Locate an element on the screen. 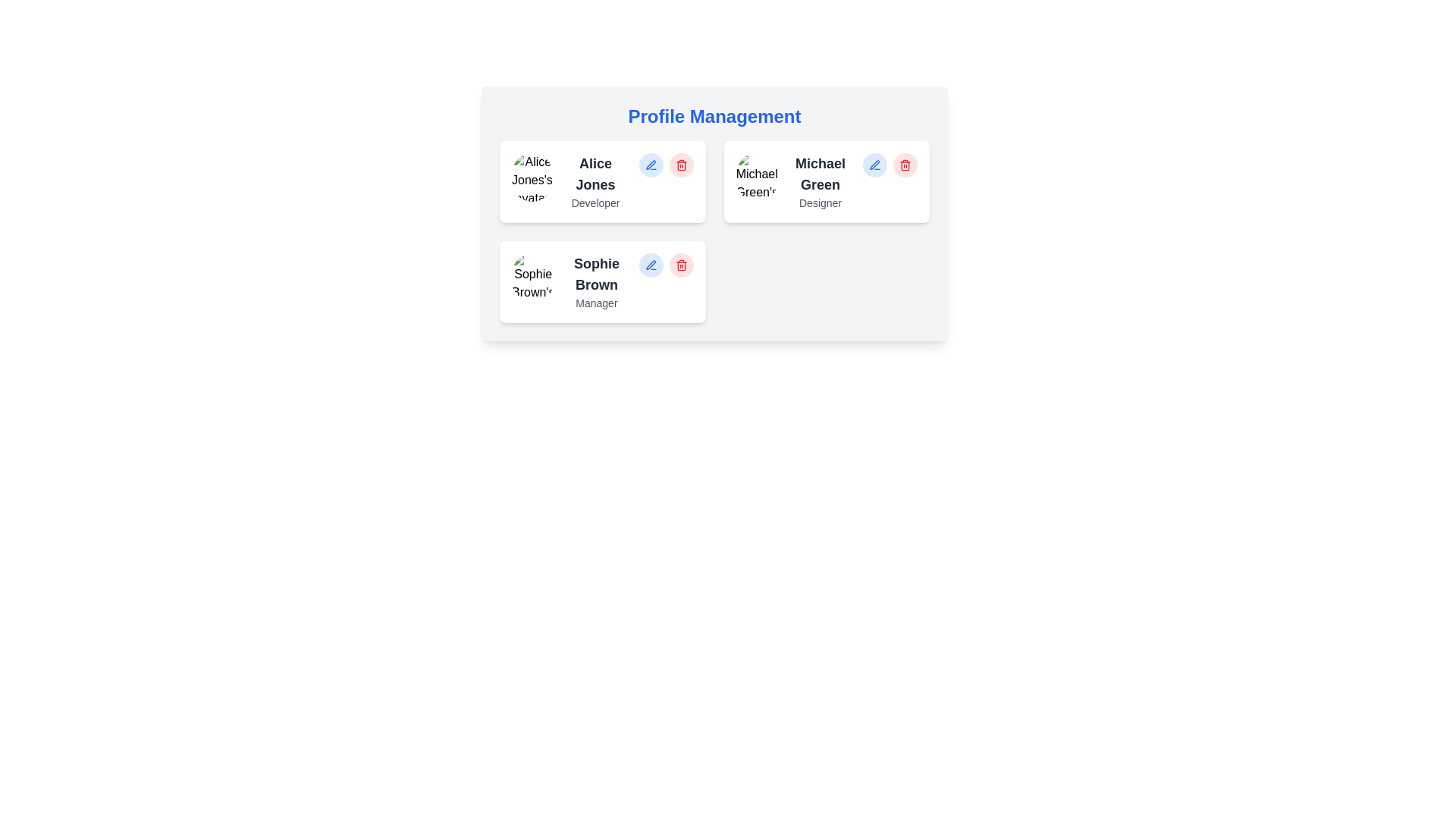 This screenshot has height=819, width=1456. the circular red button with a trash bin icon located in the bottom-right section of the 'Sophie Brown Manager' card to change its background color is located at coordinates (680, 265).